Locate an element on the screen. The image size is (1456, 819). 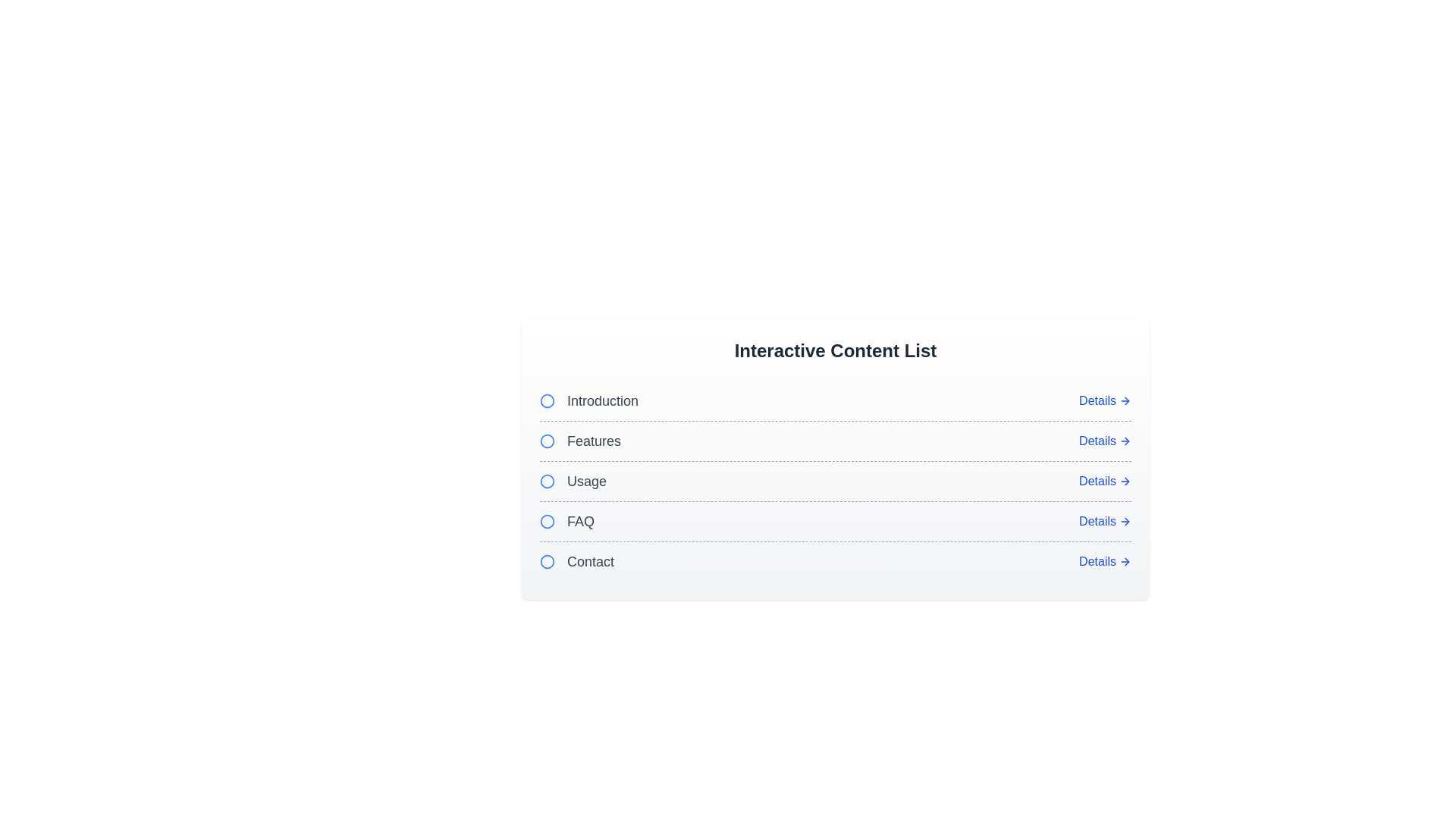
the text label reading 'FAQ' which is styled with a medium-weight font and positioned fourth in the 'Interactive Content List' is located at coordinates (566, 520).